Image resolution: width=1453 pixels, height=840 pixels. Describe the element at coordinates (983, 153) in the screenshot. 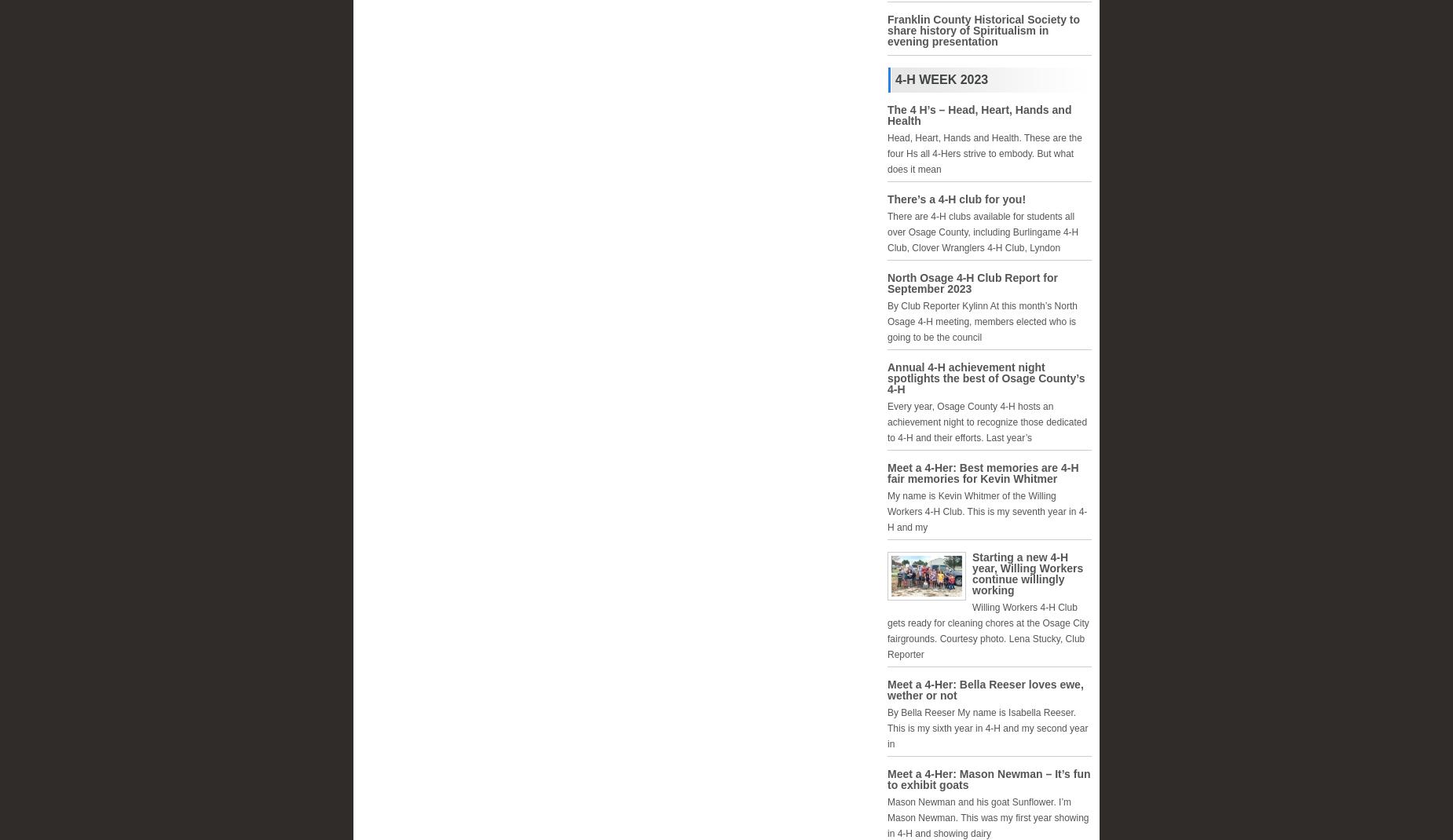

I see `'Head, Heart, Hands and Health. These are the four Hs all 4-Hers strive to embody. But what does it mean'` at that location.